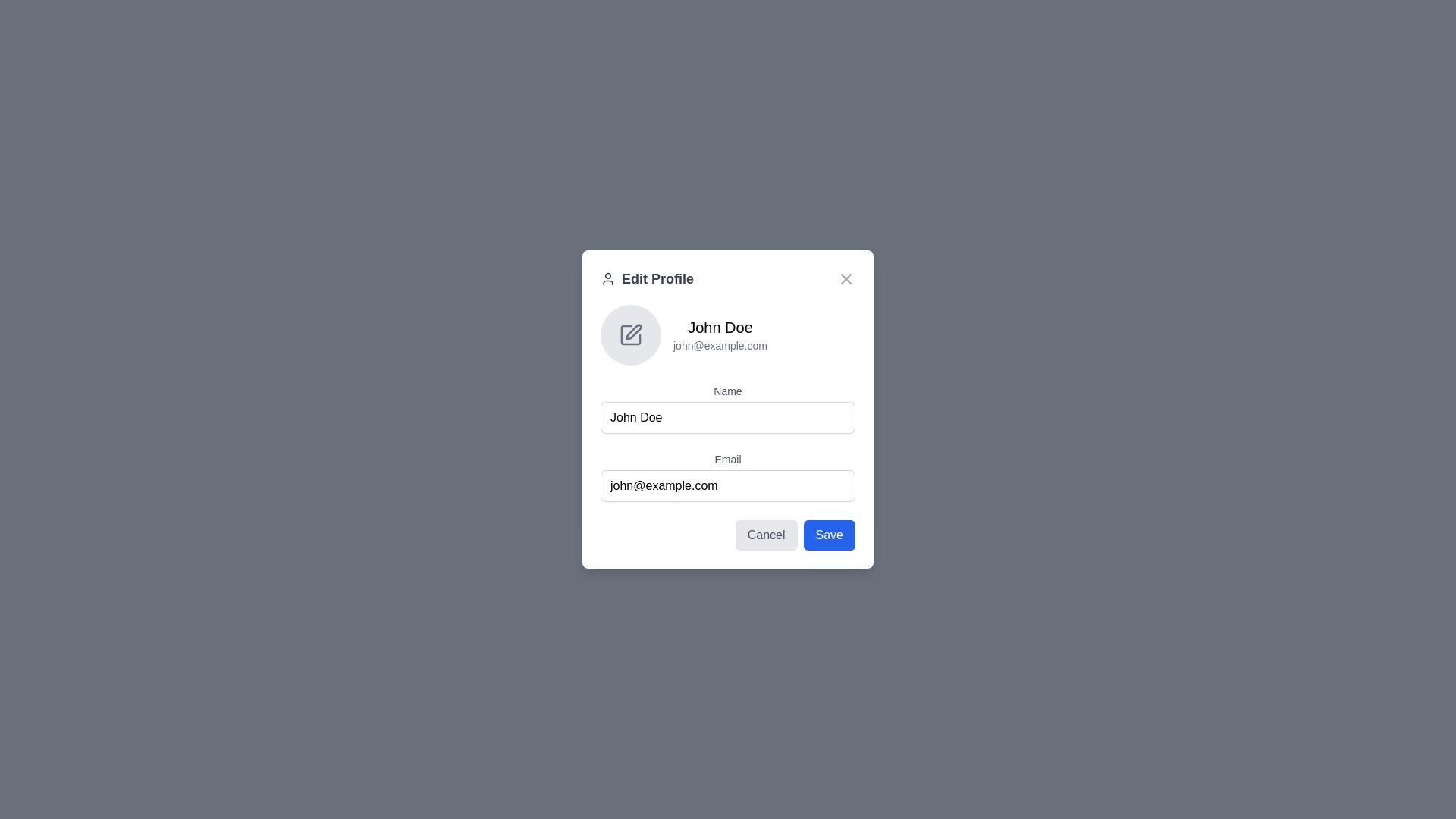  What do you see at coordinates (647, 278) in the screenshot?
I see `the 'Edit Profile' static label with icon, which is styled in bold, larger-sized dark gray font and located at the top center of the modal dialog under the close button` at bounding box center [647, 278].